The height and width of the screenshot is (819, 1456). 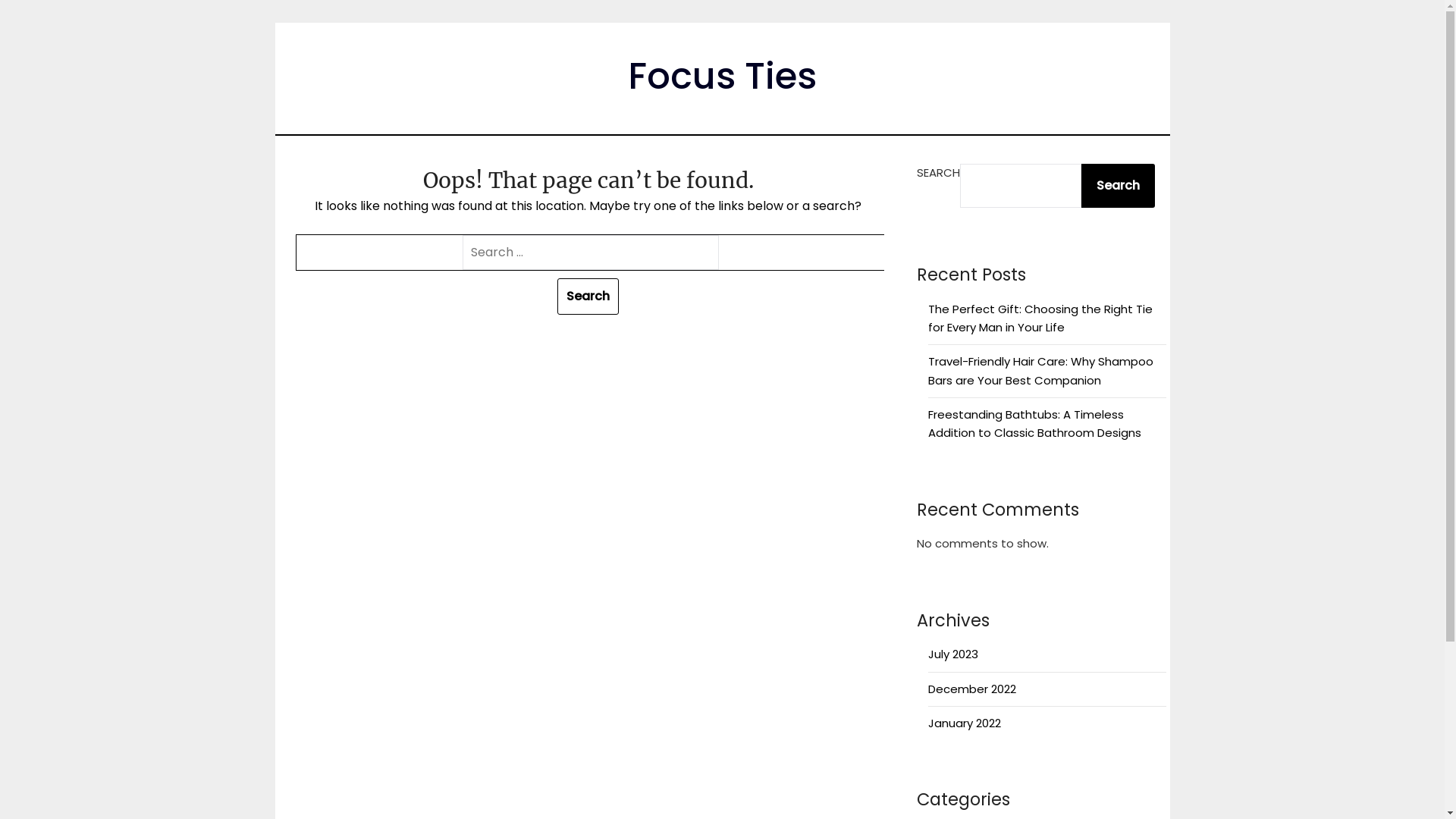 I want to click on 'January 2022', so click(x=964, y=722).